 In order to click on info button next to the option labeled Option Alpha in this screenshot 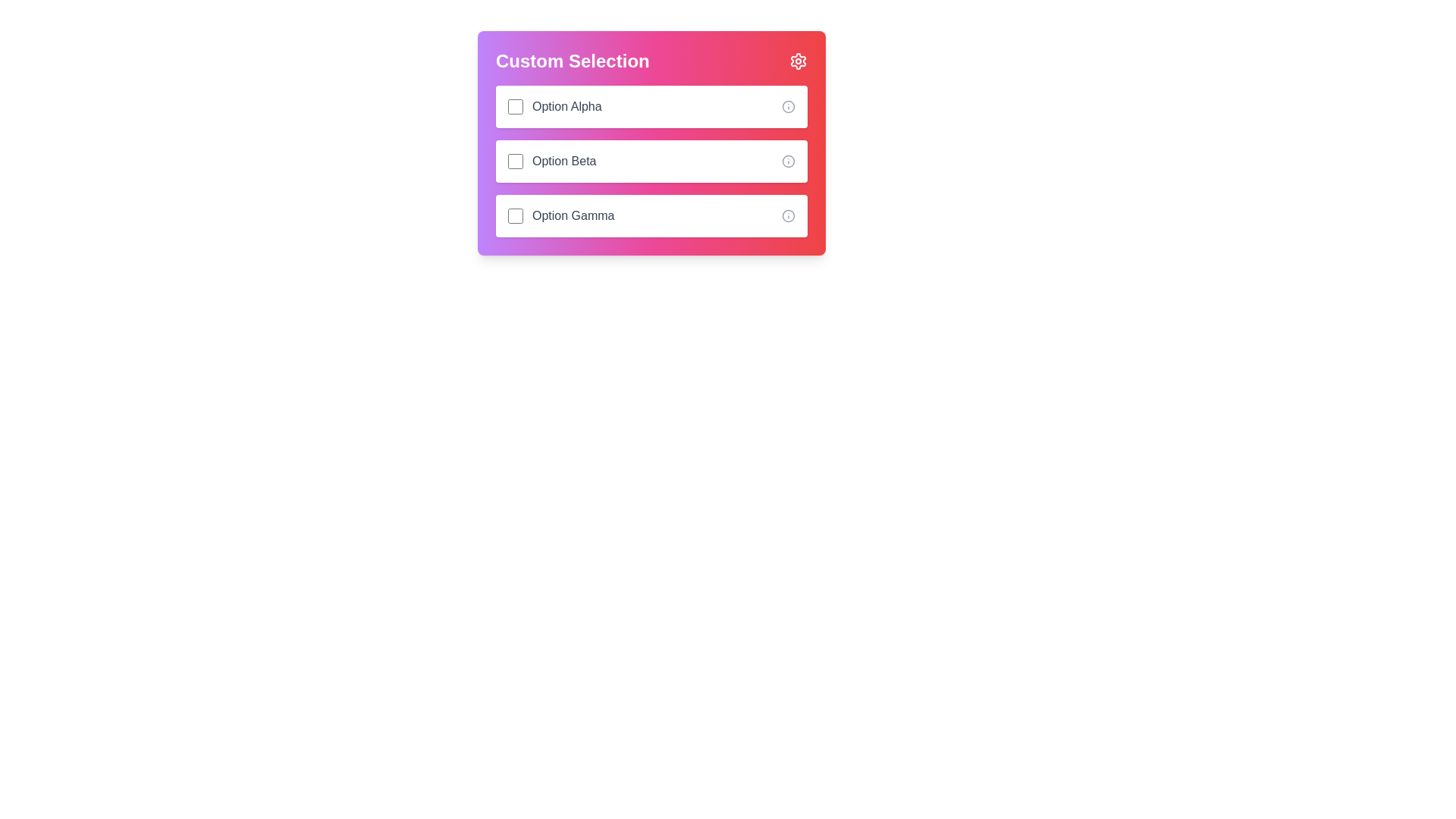, I will do `click(789, 106)`.